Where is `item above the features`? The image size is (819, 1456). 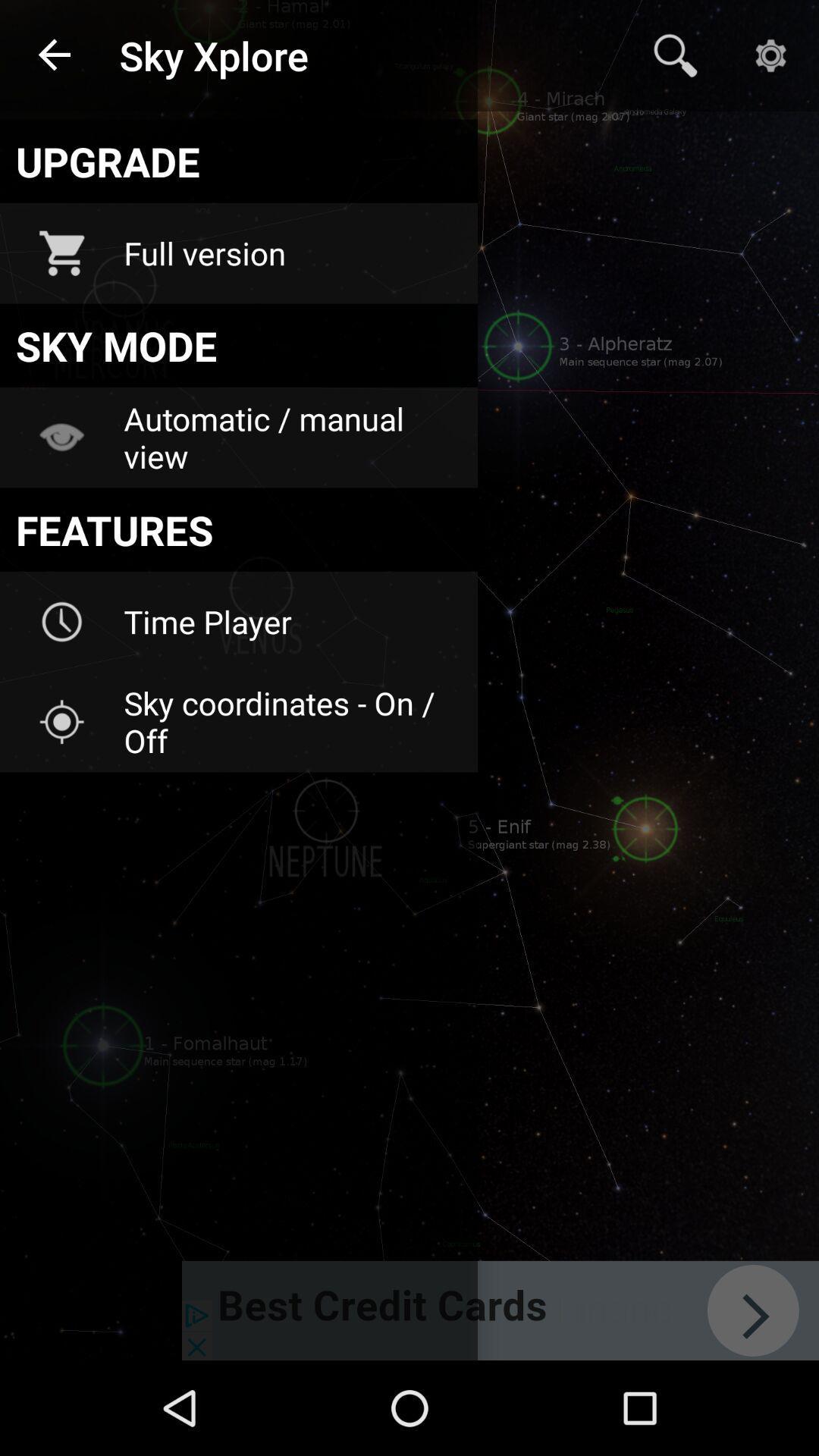 item above the features is located at coordinates (290, 437).